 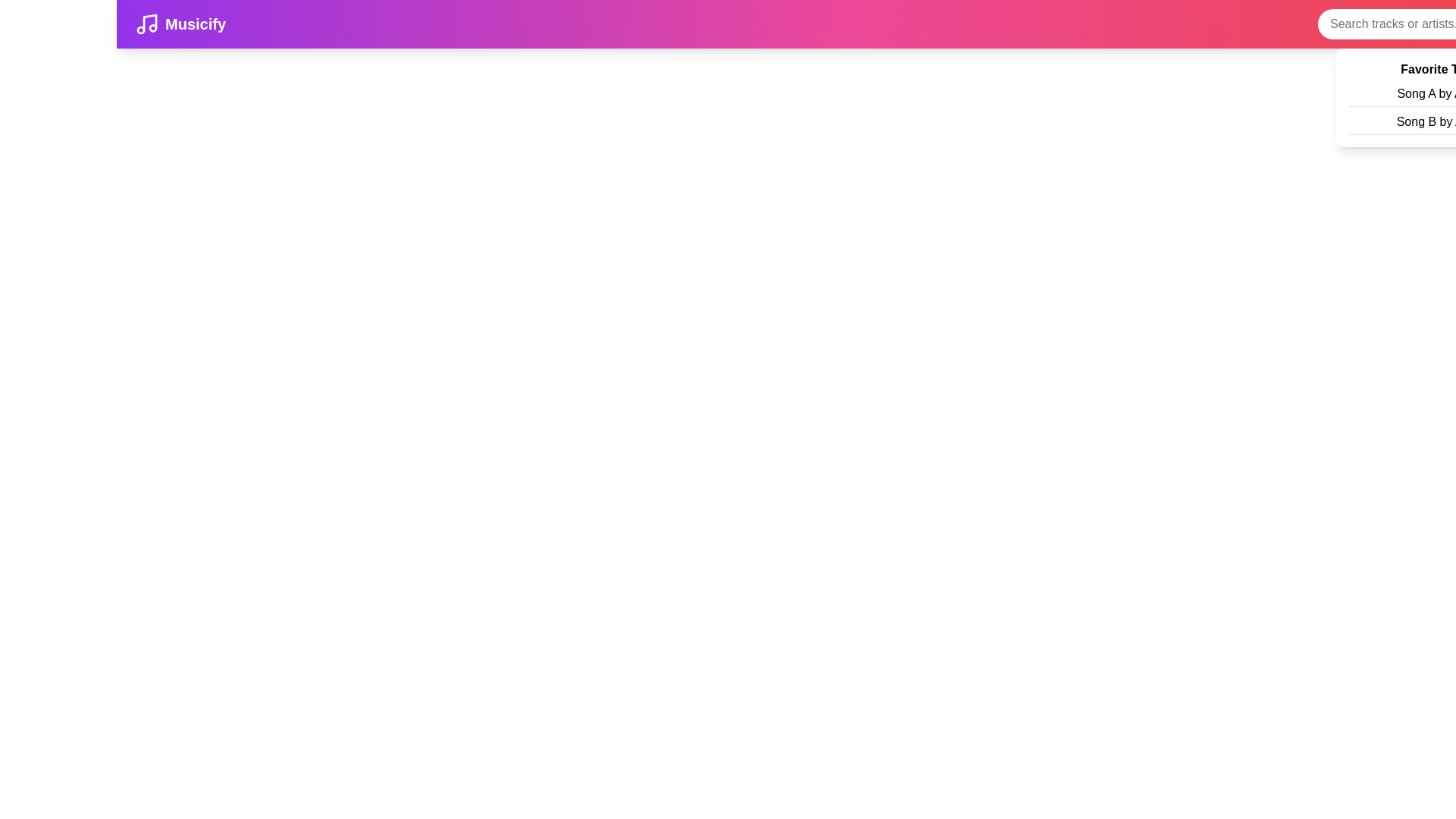 What do you see at coordinates (1404, 24) in the screenshot?
I see `the search input field to focus it` at bounding box center [1404, 24].